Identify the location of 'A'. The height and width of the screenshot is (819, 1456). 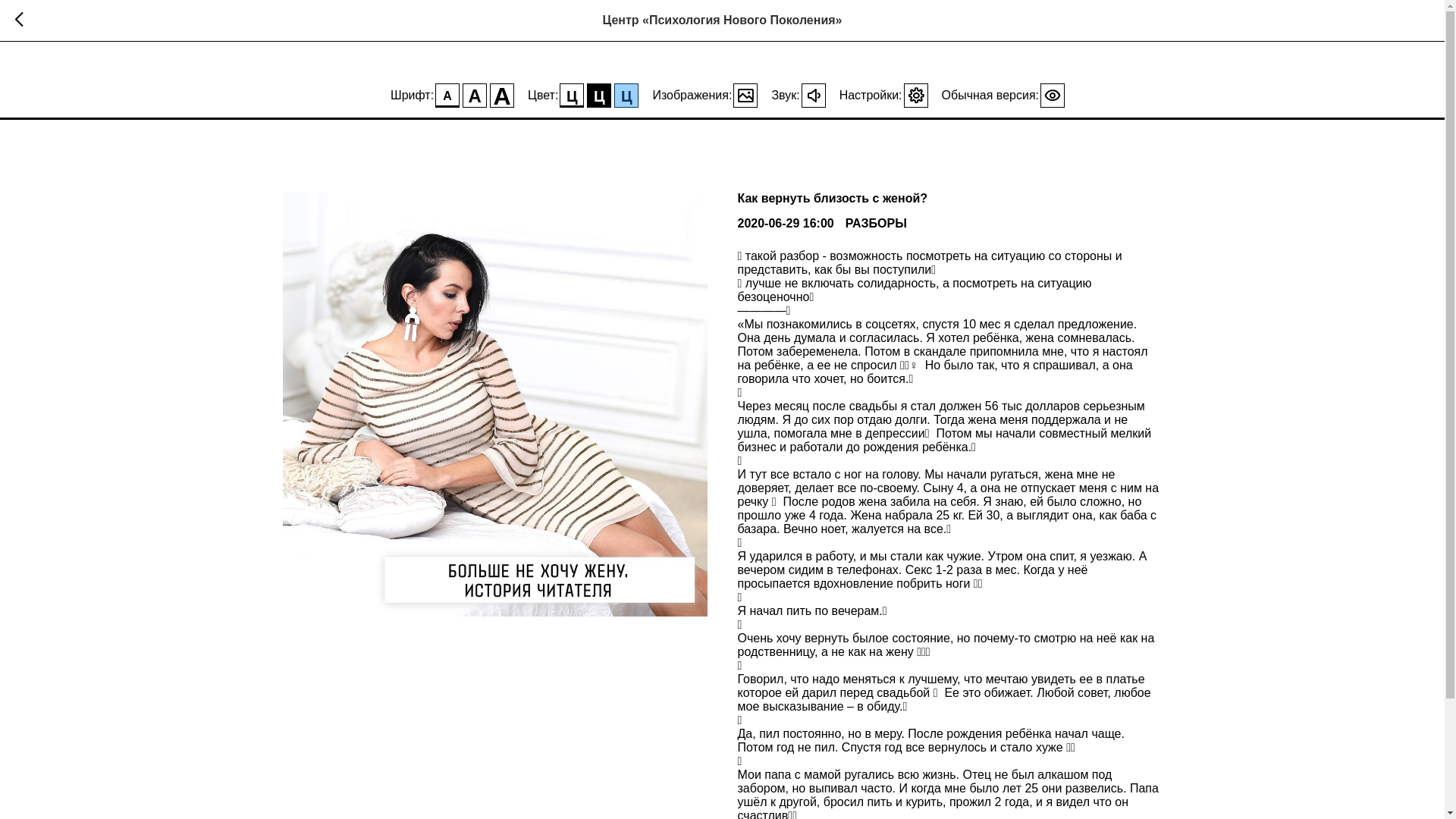
(447, 96).